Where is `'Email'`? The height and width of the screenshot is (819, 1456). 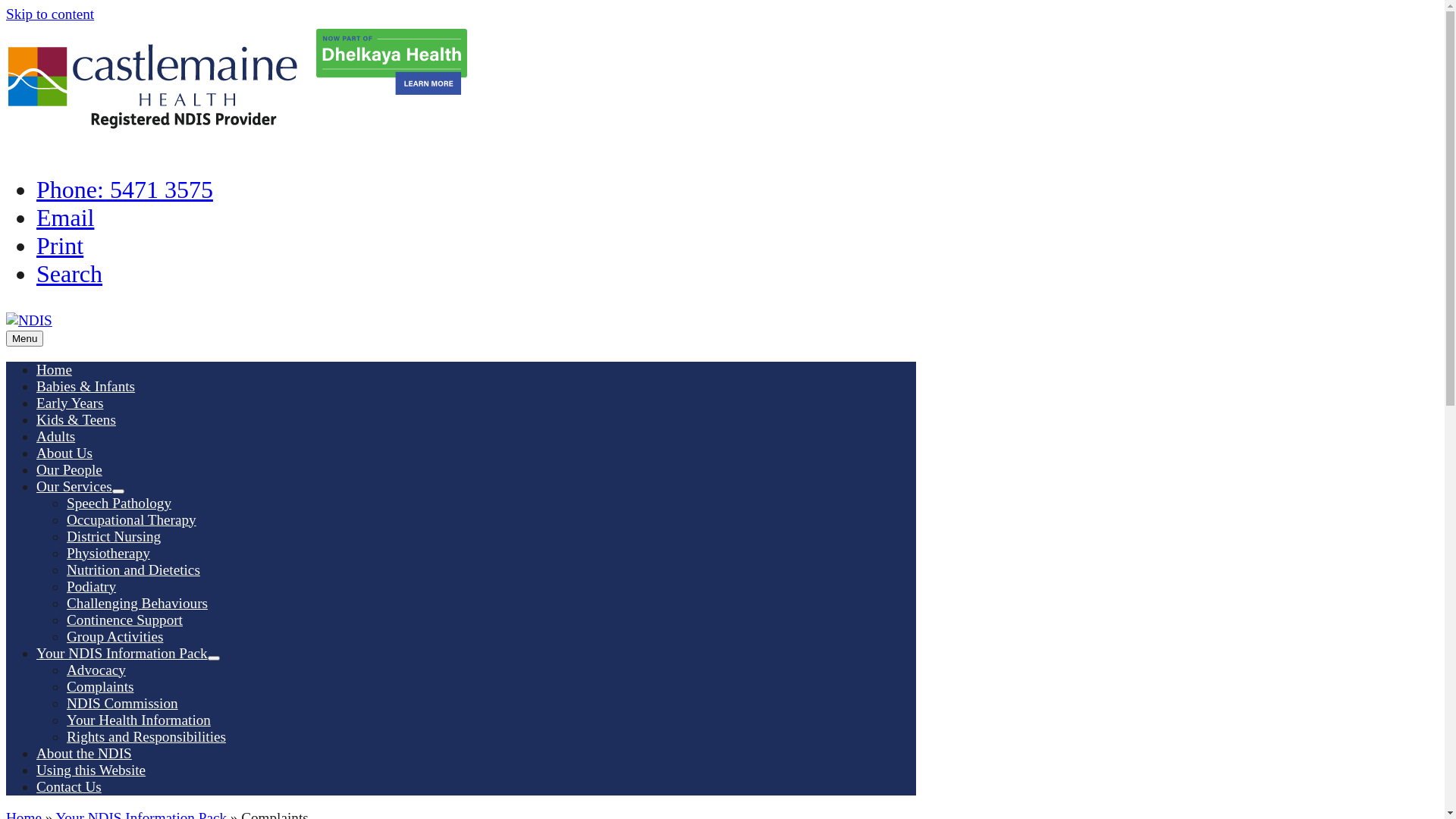
'Email' is located at coordinates (64, 217).